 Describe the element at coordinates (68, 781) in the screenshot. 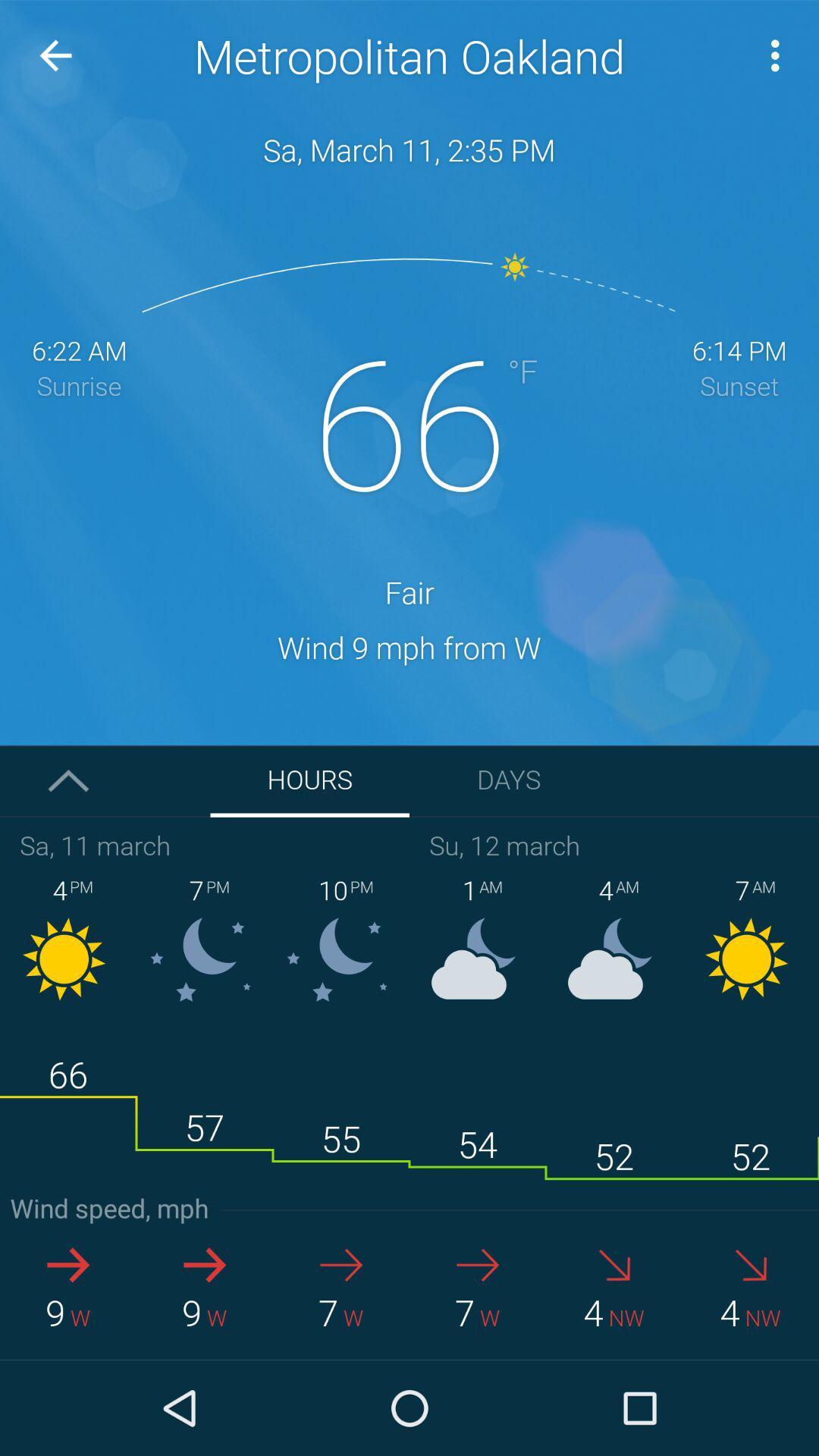

I see `the arrow_upward icon` at that location.